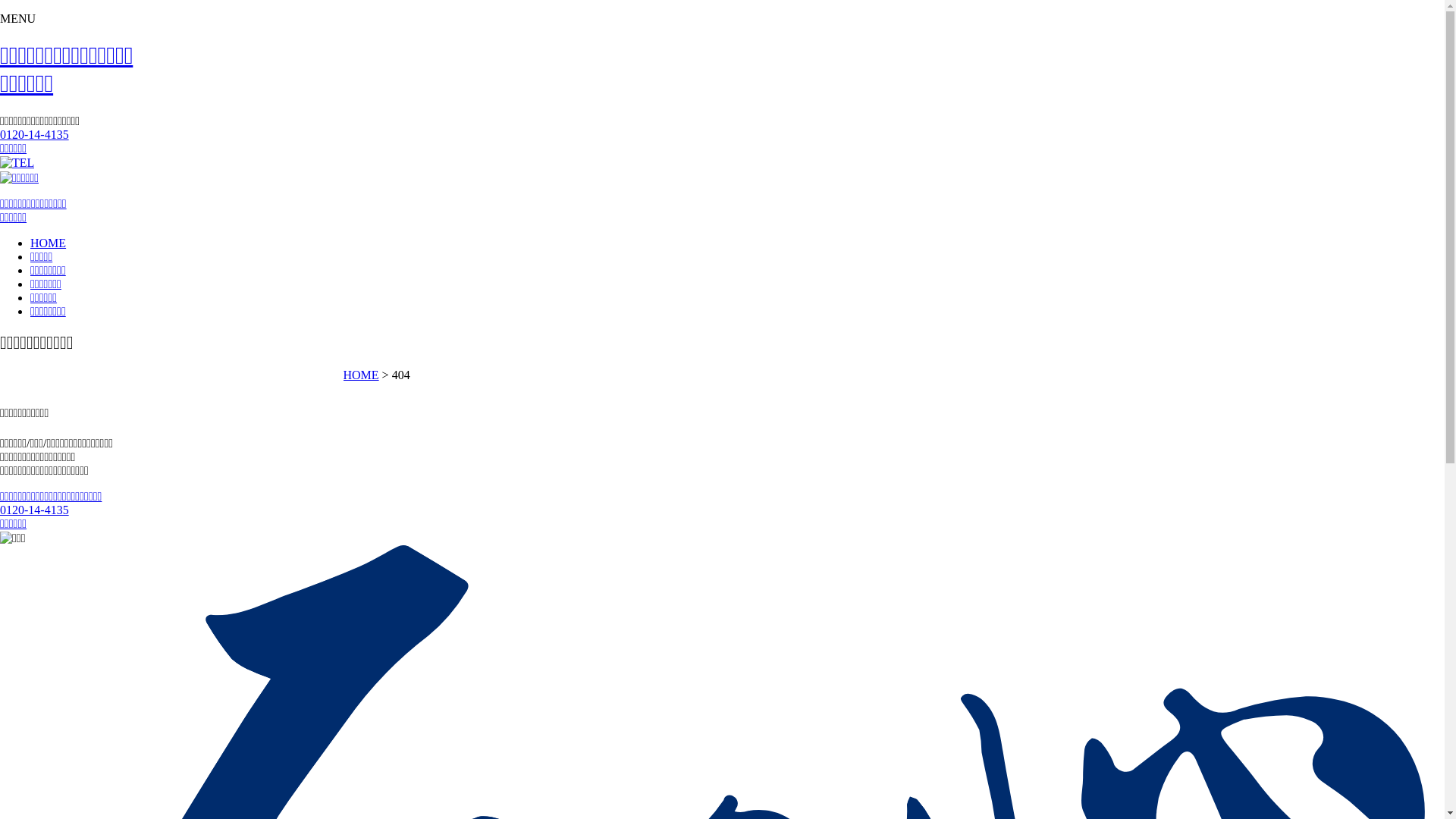 Image resolution: width=1456 pixels, height=819 pixels. Describe the element at coordinates (359, 375) in the screenshot. I see `'HOME'` at that location.